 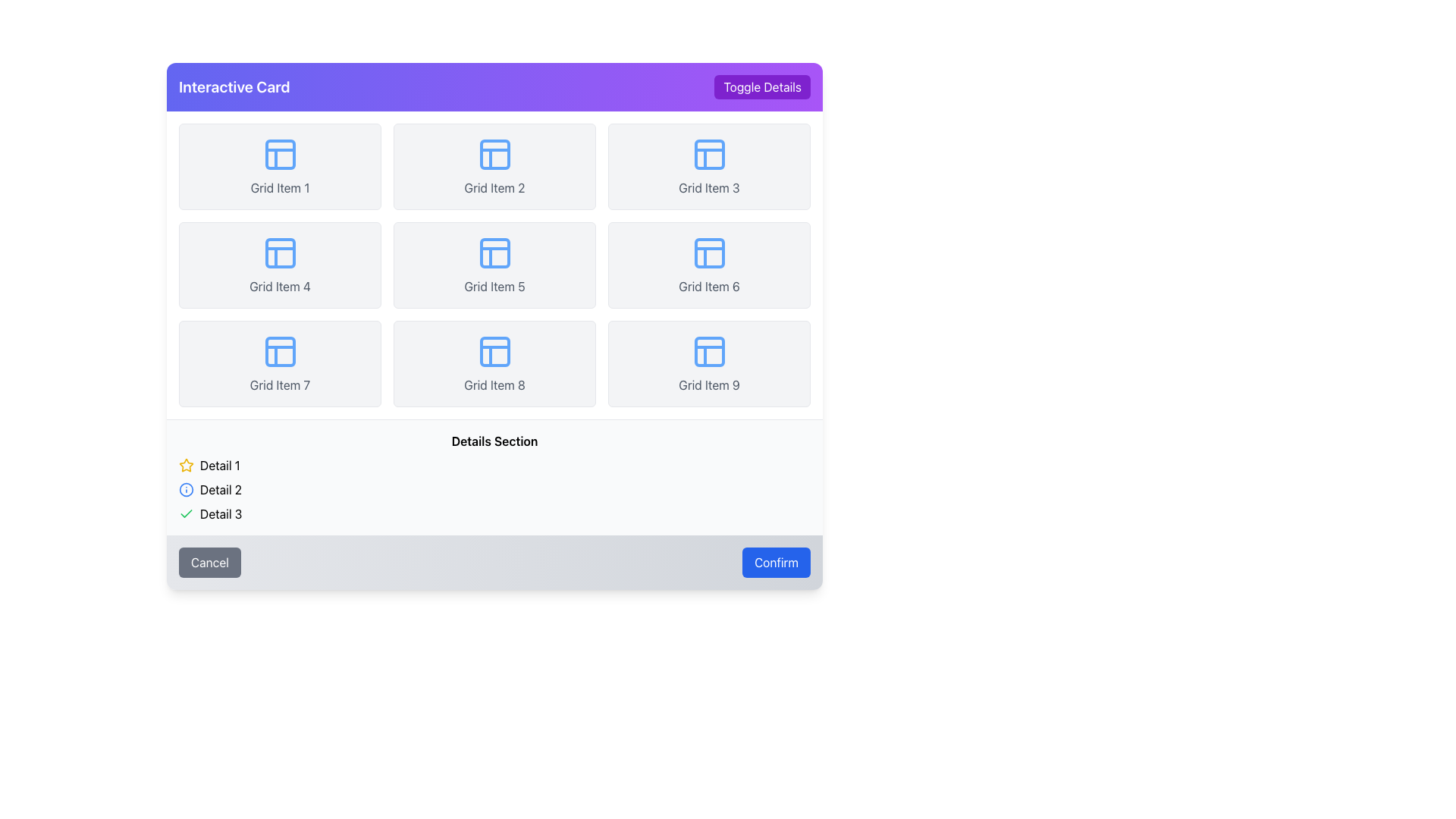 I want to click on the third Card component in the first row of the 3x3 grid layout, which displays an item with an icon and label for identification, so click(x=708, y=166).